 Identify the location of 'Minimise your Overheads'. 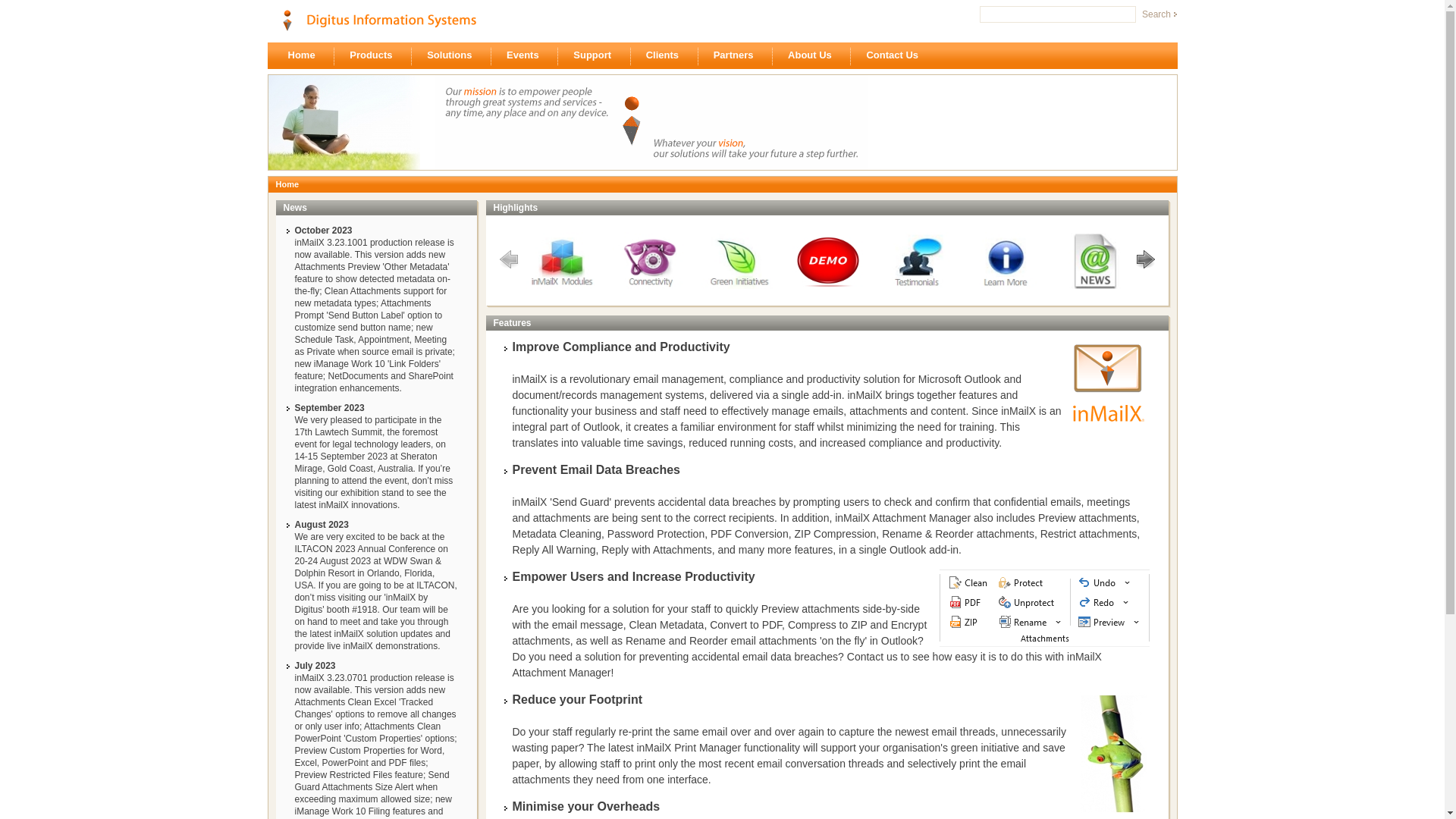
(513, 805).